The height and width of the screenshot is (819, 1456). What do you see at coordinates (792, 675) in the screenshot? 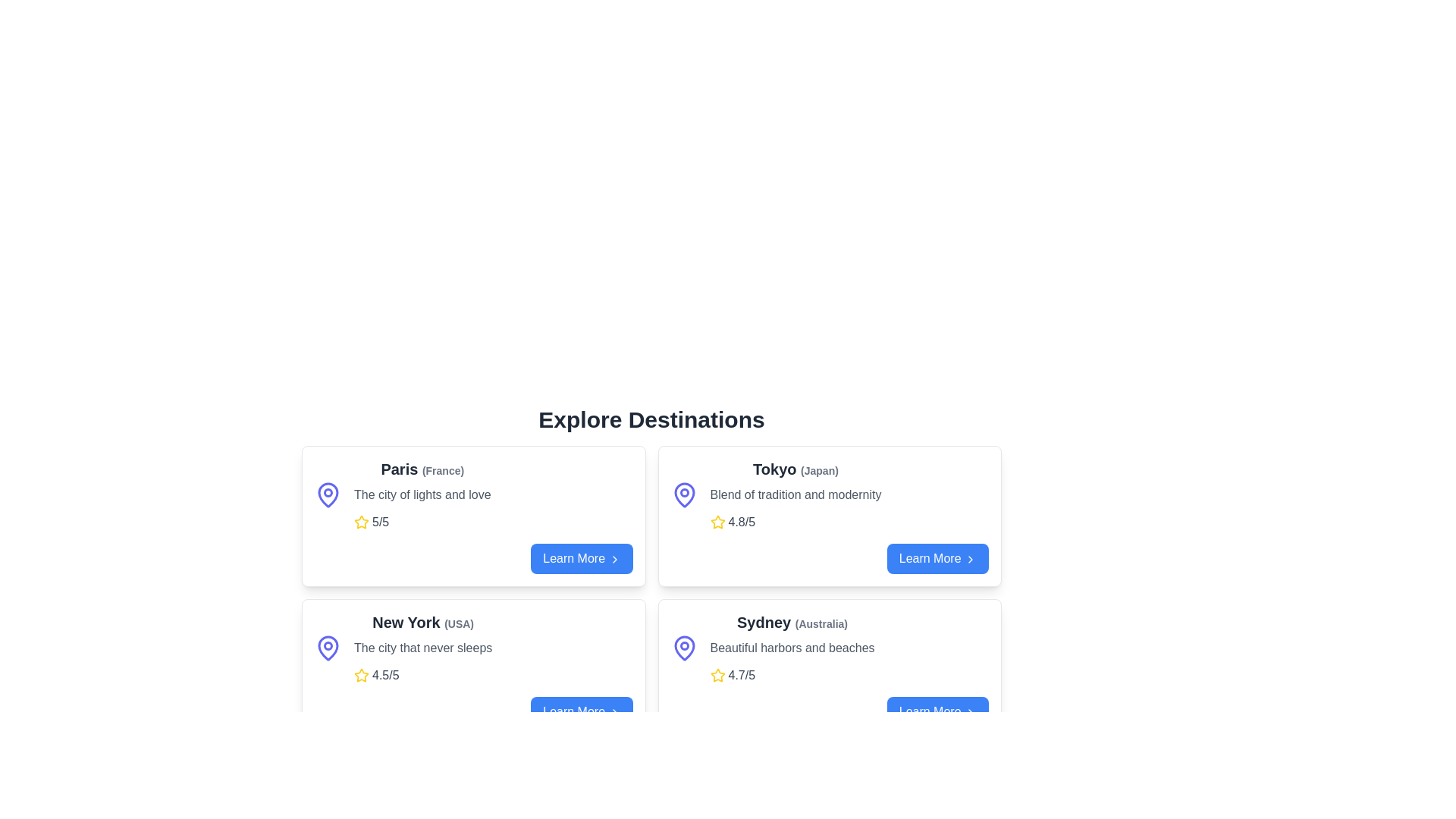
I see `the Rating Display element showing the average rating for 'Sydney (Australia)', located at the bottom right card in the grid, below the line 'Beautiful harbors and beaches'` at bounding box center [792, 675].